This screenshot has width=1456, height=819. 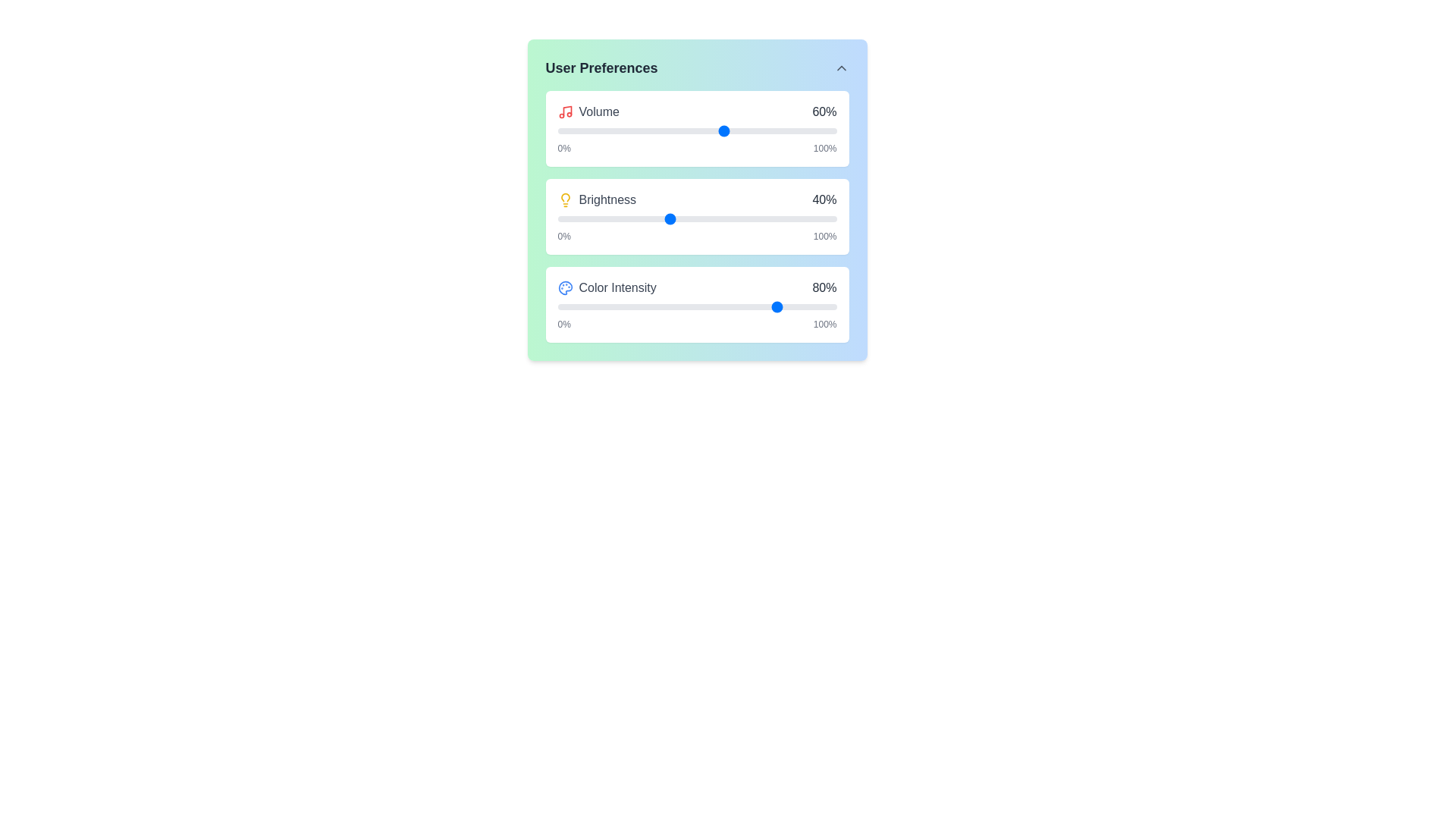 What do you see at coordinates (666, 307) in the screenshot?
I see `the Color Intensity` at bounding box center [666, 307].